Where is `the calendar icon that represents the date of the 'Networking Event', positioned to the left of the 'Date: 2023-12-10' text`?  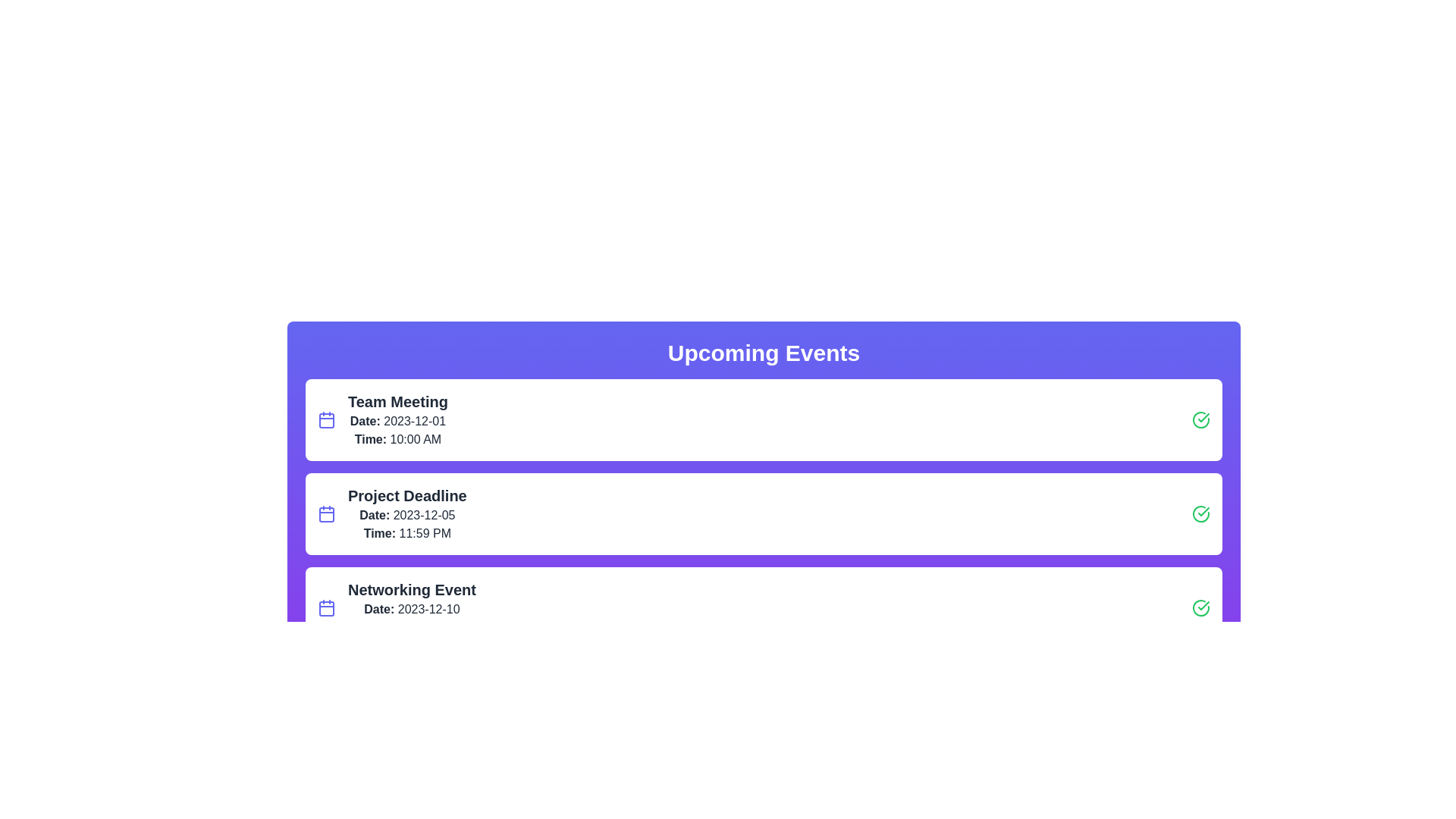
the calendar icon that represents the date of the 'Networking Event', positioned to the left of the 'Date: 2023-12-10' text is located at coordinates (326, 607).